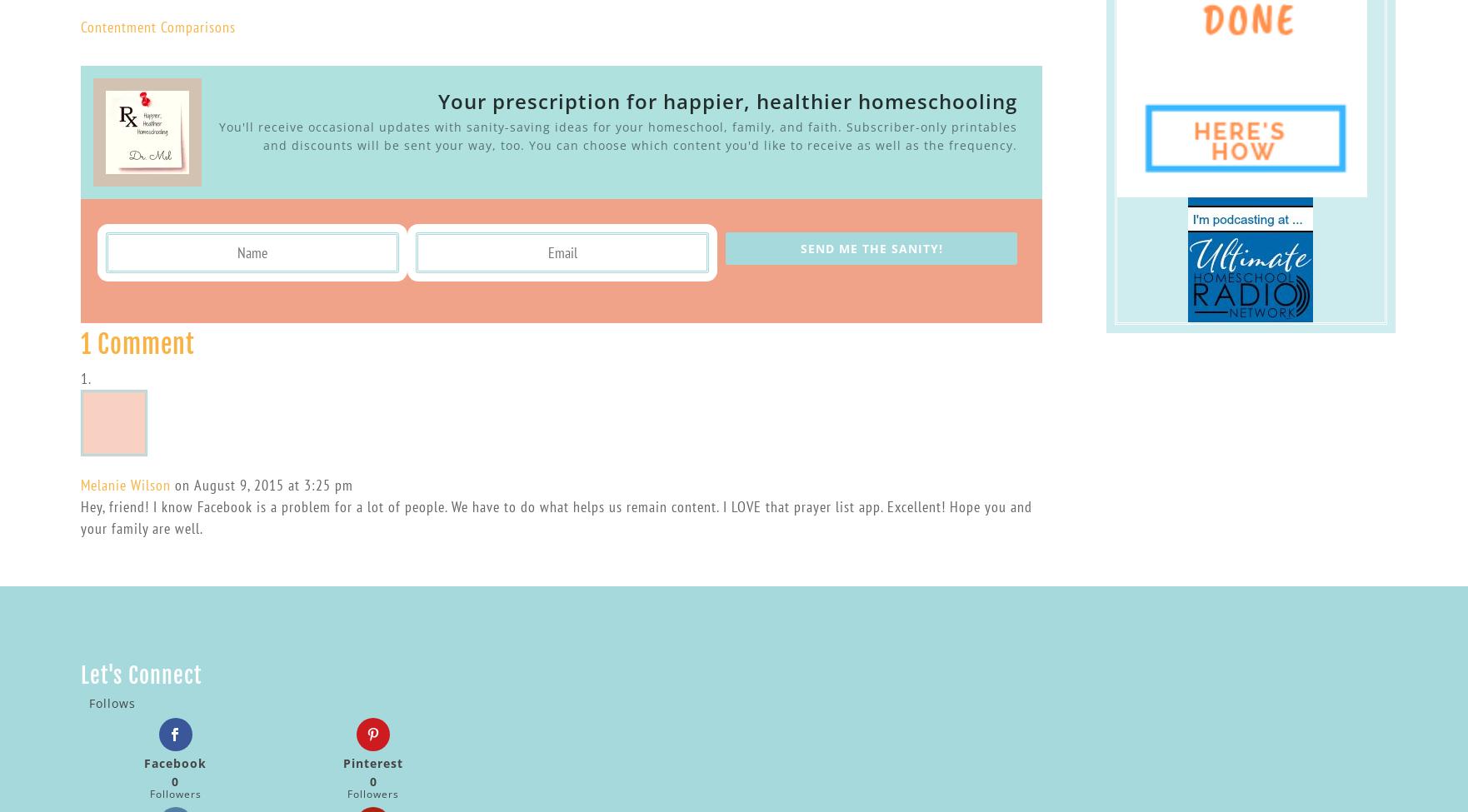  What do you see at coordinates (554, 516) in the screenshot?
I see `'Hey, friend! I know Facebook is a problem for a lot of people. We have to do what helps us remain content. I LOVE that prayer list app. Excellent! Hope you and your family are well.'` at bounding box center [554, 516].